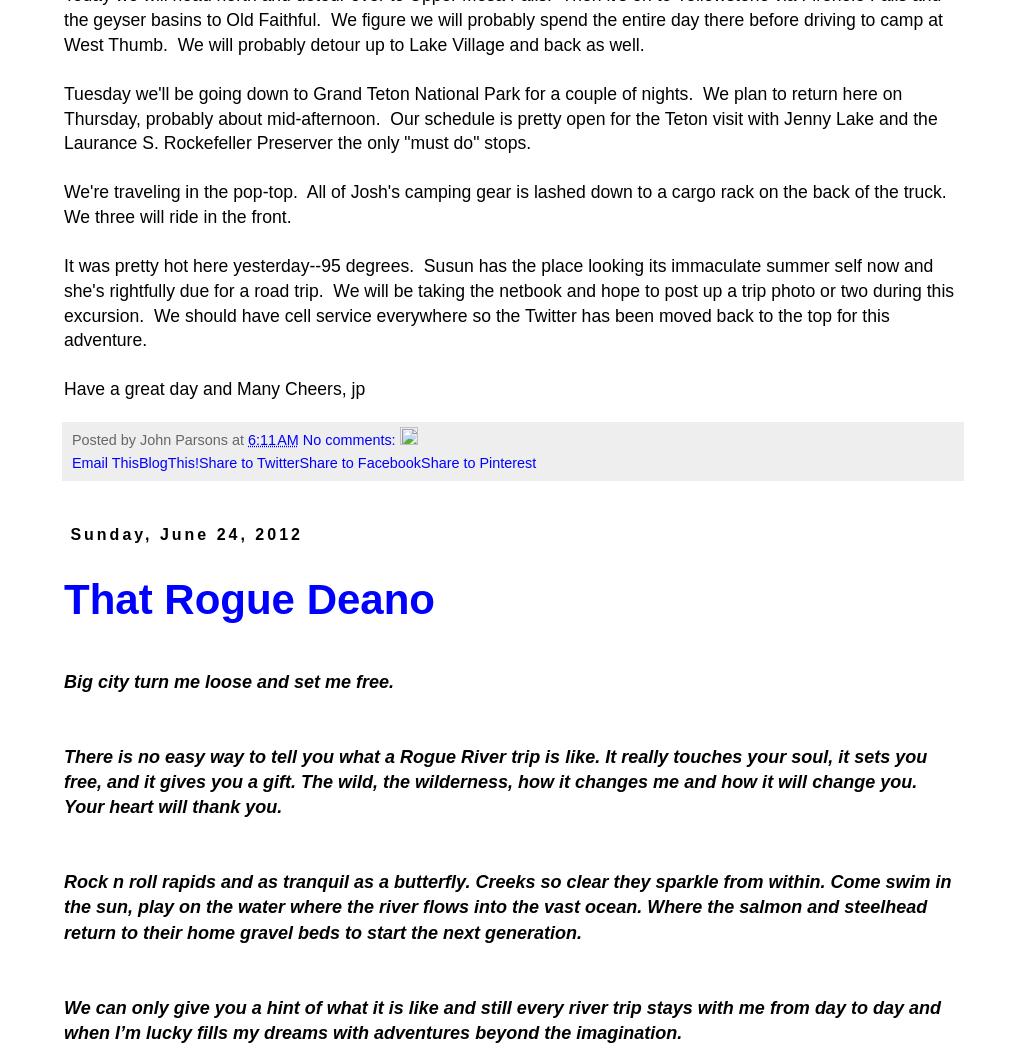 The height and width of the screenshot is (1060, 1018). What do you see at coordinates (505, 203) in the screenshot?
I see `'We're traveling in the pop-top.  All of Josh's camping gear is lashed down to a cargo rack on the back of the truck. We three will ride in the front.'` at bounding box center [505, 203].